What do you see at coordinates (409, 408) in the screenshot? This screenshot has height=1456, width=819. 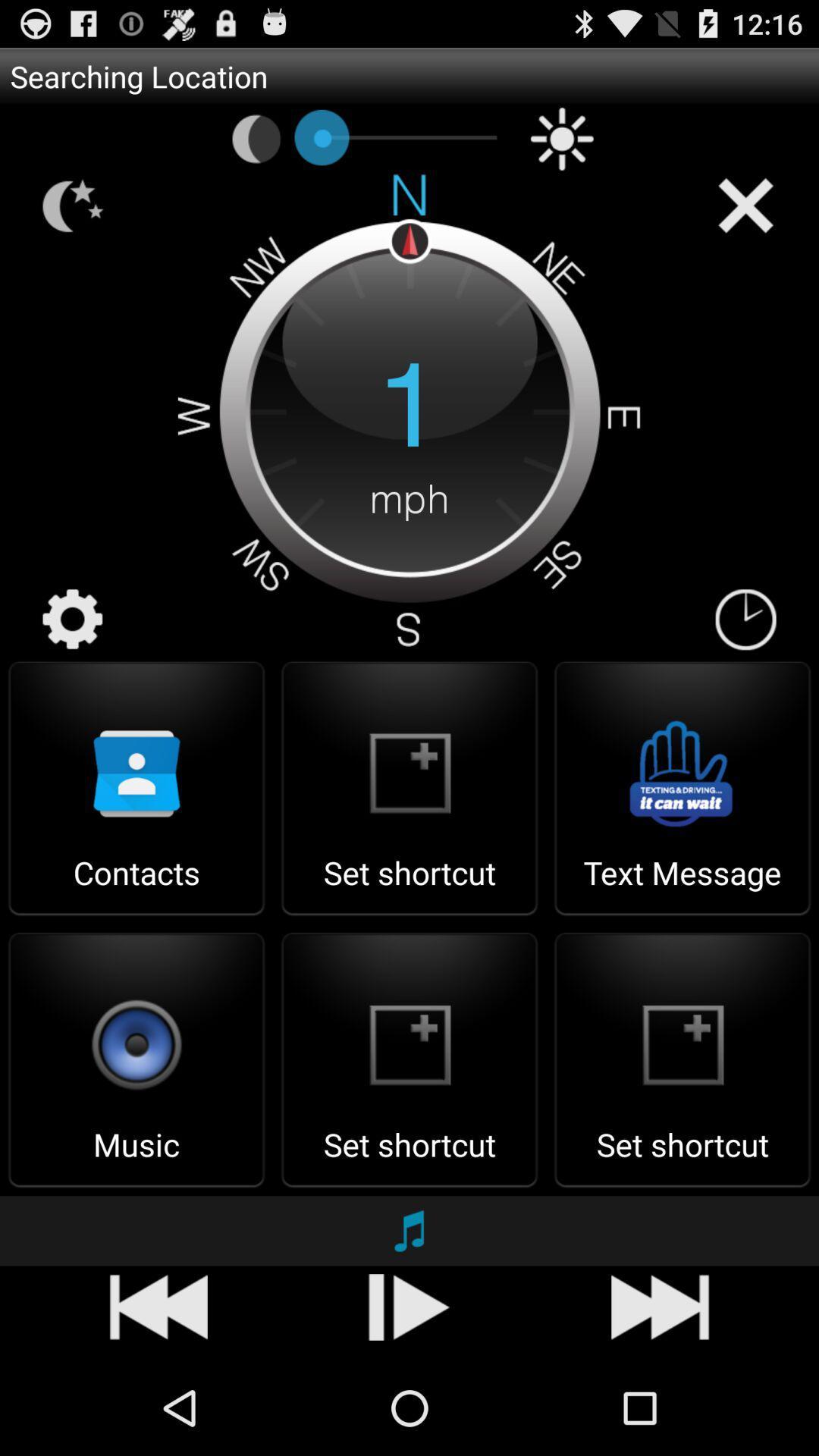 I see `the 1` at bounding box center [409, 408].